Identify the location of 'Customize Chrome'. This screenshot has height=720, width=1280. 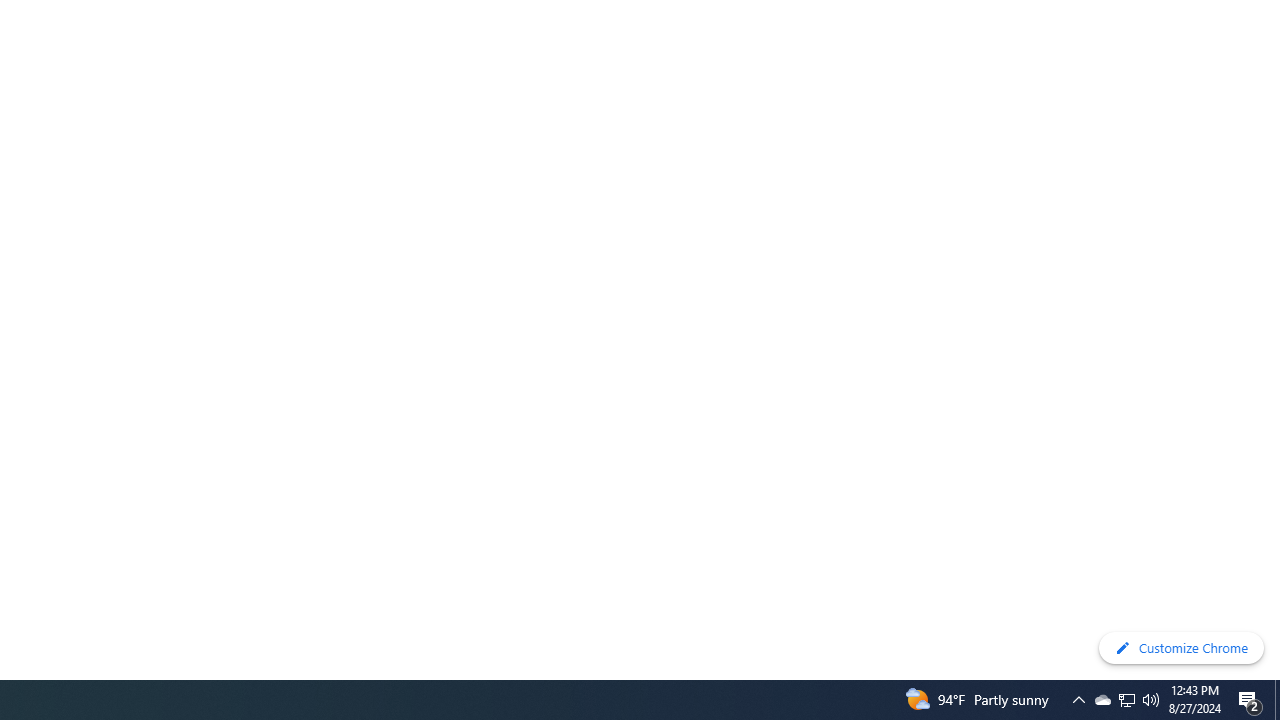
(1181, 648).